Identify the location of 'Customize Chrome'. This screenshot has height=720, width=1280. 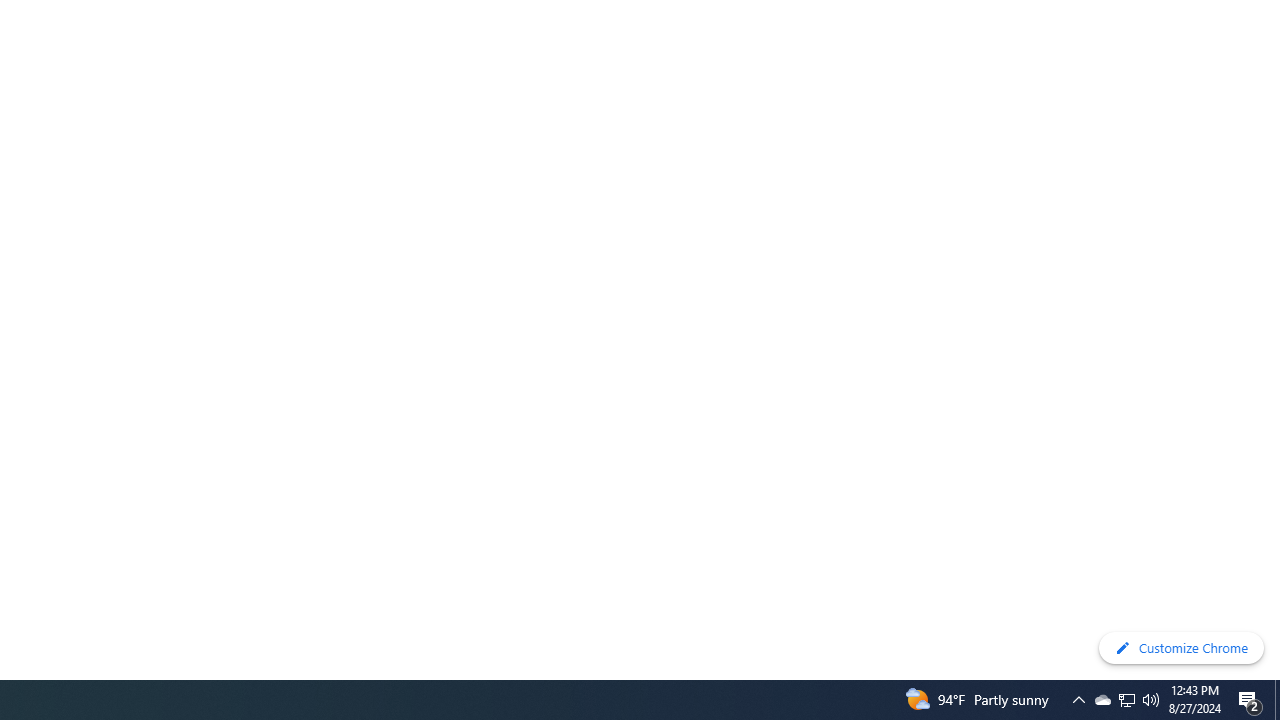
(1181, 648).